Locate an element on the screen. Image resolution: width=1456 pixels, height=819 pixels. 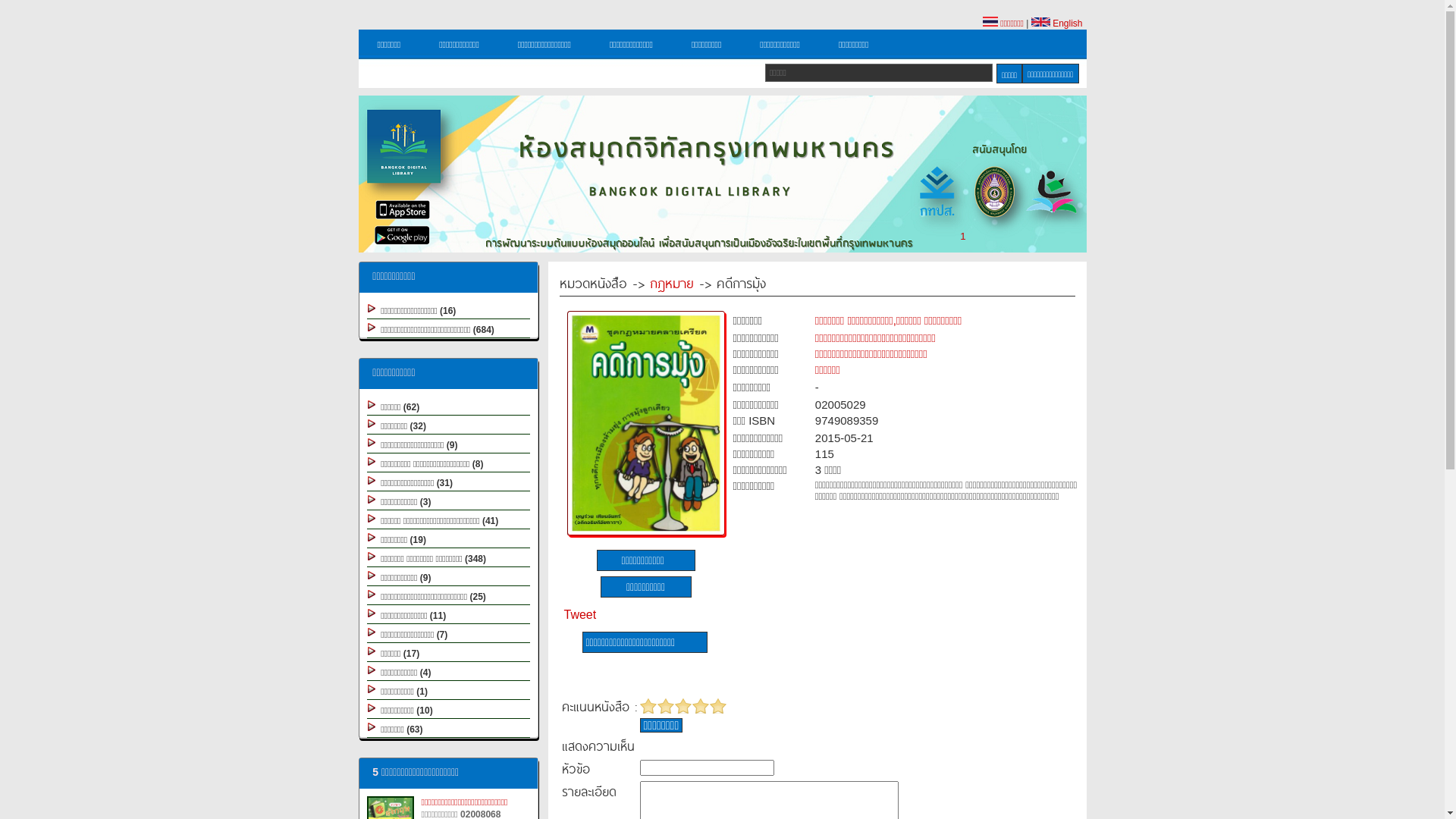
'English' is located at coordinates (1056, 23).